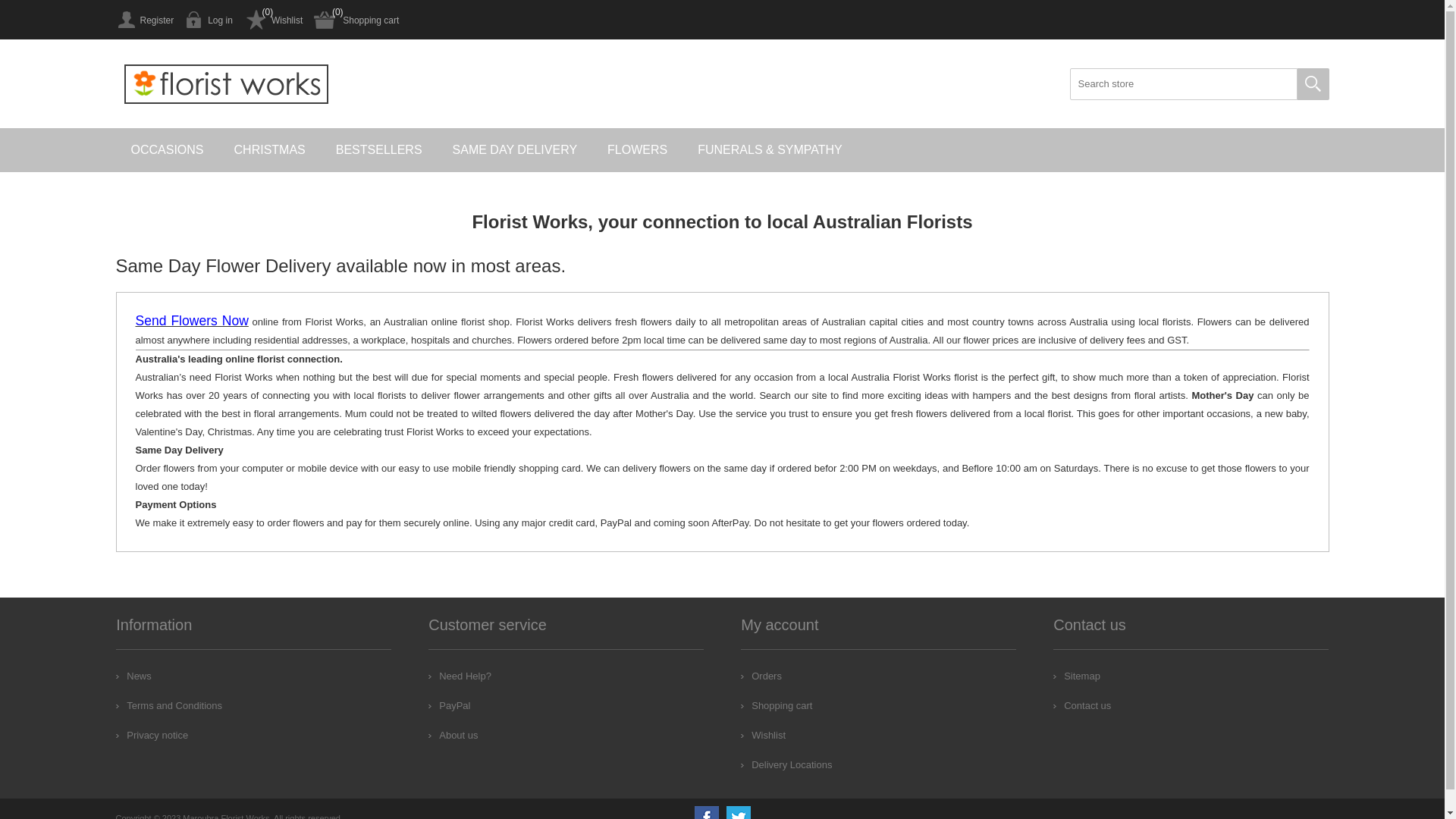  What do you see at coordinates (591, 149) in the screenshot?
I see `'FLOWERS'` at bounding box center [591, 149].